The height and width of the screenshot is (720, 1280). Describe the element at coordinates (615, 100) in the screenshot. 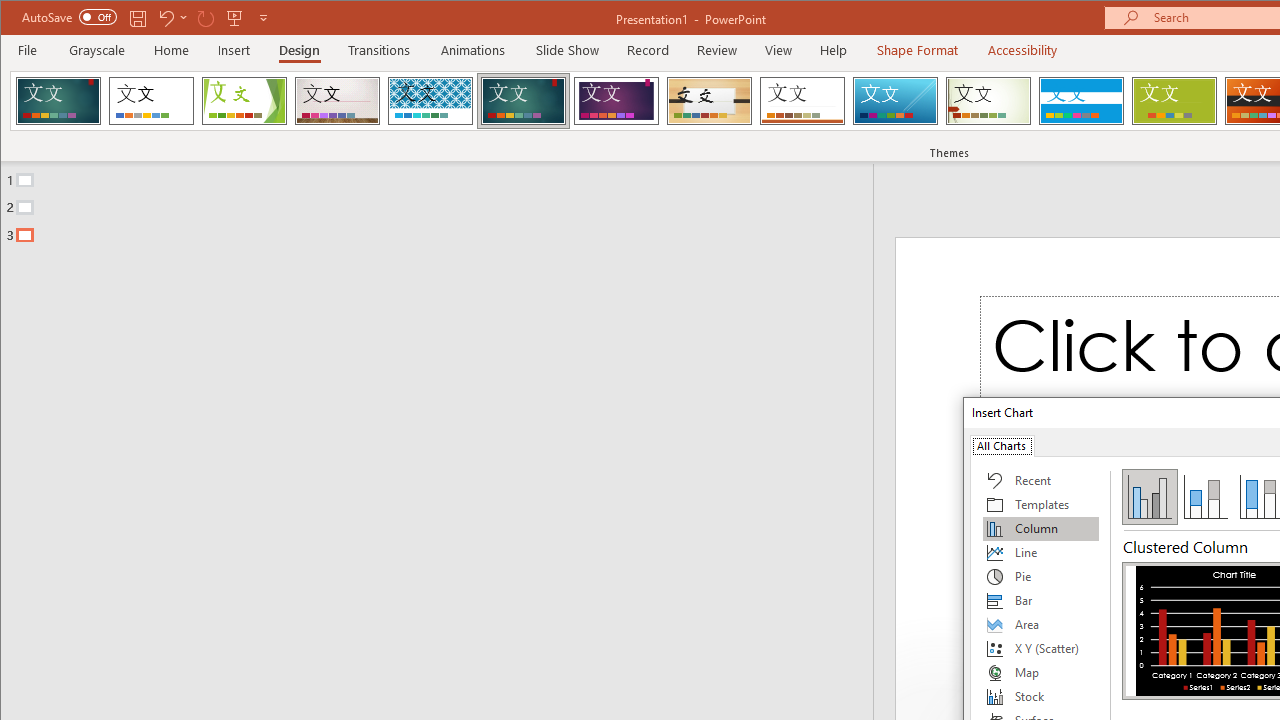

I see `'Ion Boardroom'` at that location.